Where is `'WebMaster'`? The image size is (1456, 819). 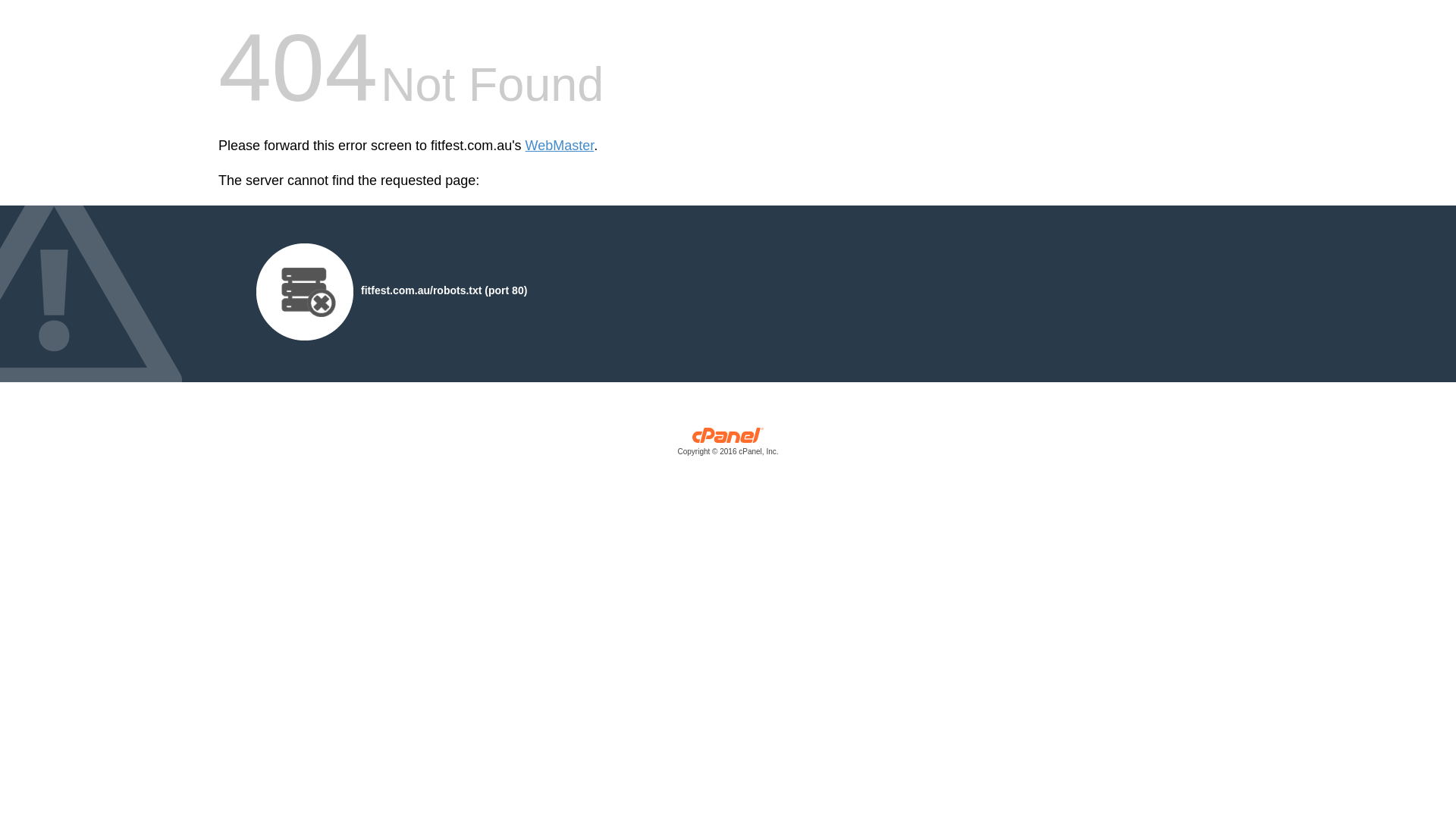
'WebMaster' is located at coordinates (525, 146).